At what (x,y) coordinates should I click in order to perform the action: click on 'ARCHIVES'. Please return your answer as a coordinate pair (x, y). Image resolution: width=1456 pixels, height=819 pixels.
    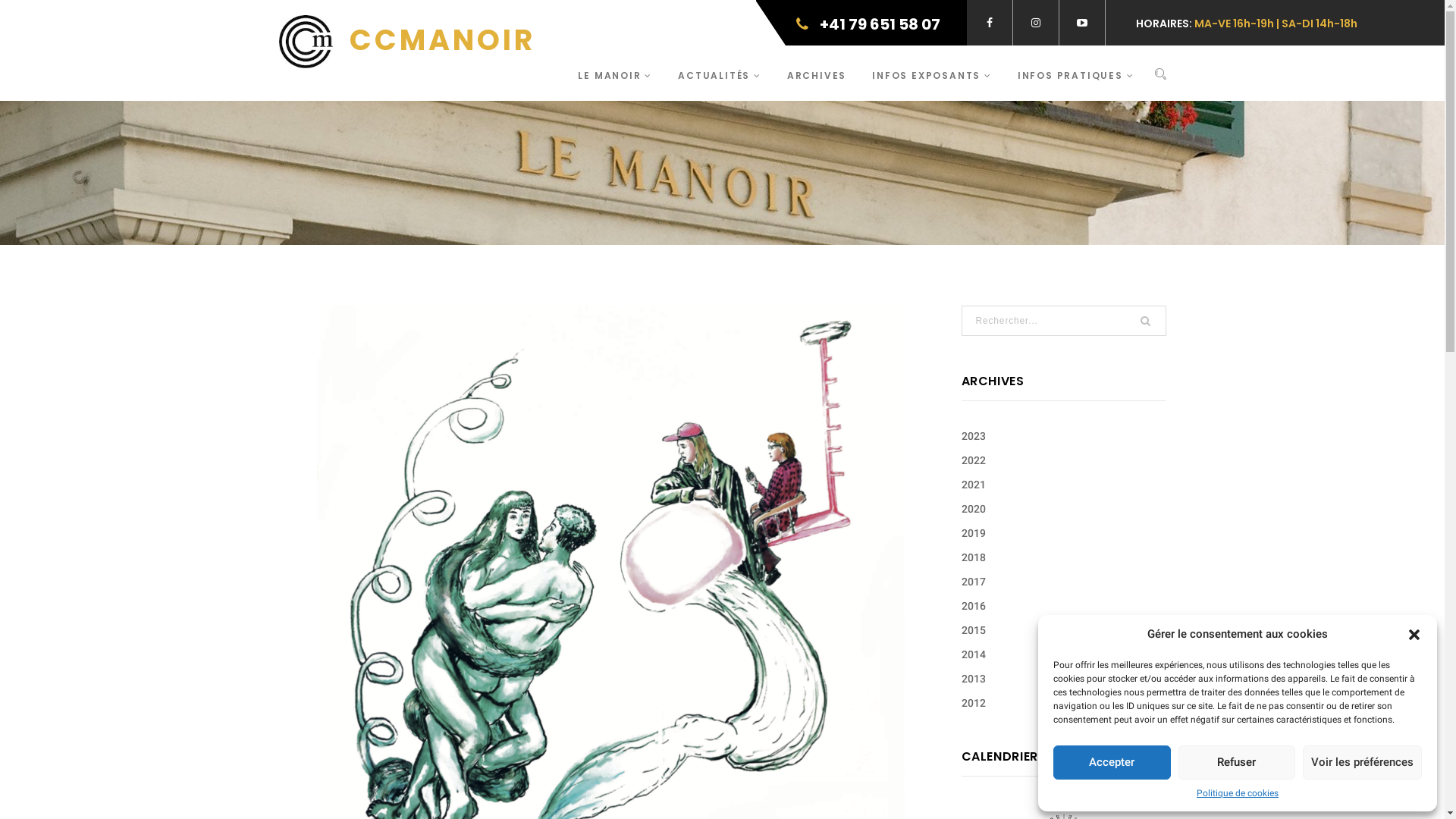
    Looking at the image, I should click on (815, 73).